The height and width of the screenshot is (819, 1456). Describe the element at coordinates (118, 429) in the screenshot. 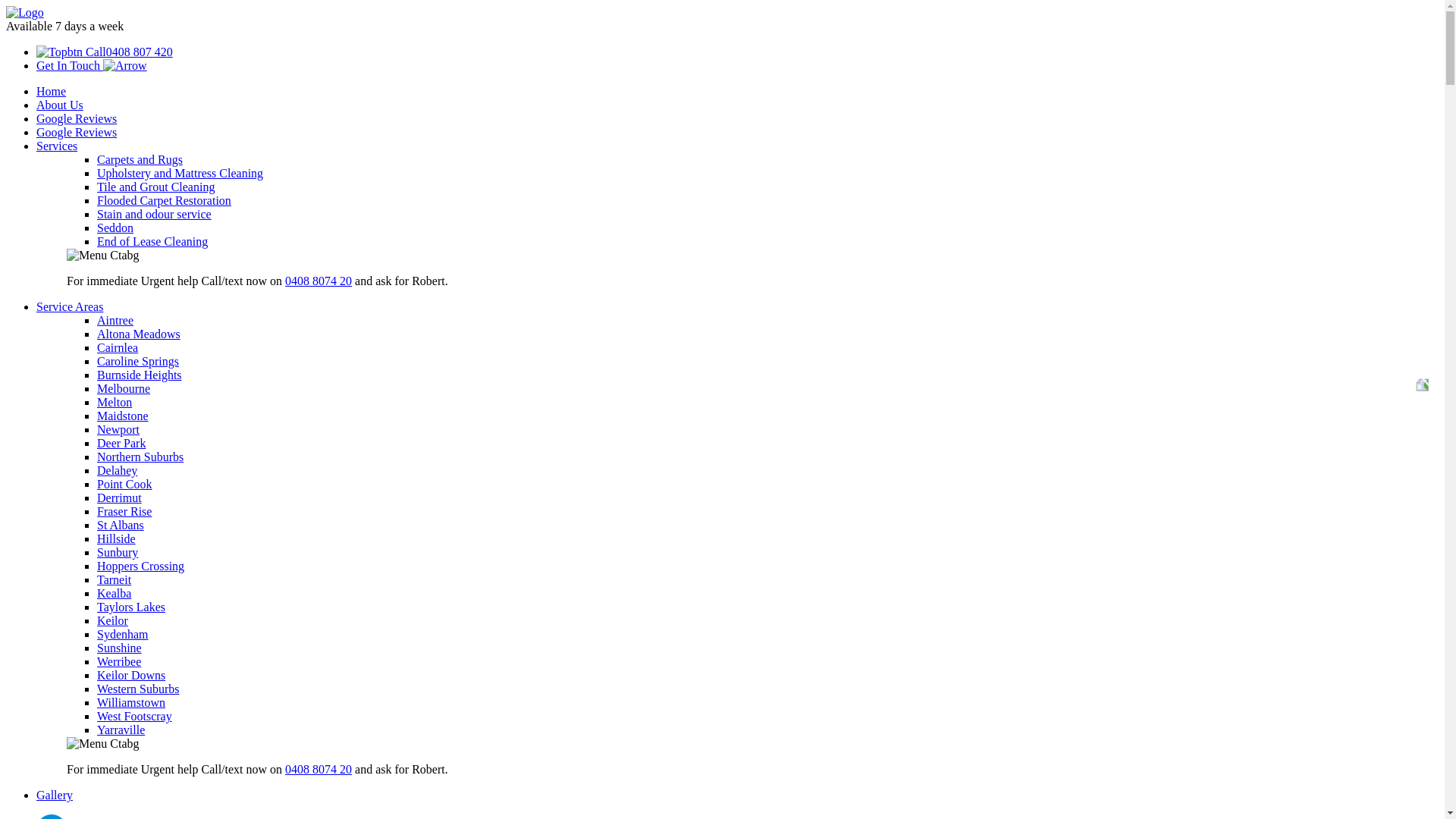

I see `'Newport'` at that location.